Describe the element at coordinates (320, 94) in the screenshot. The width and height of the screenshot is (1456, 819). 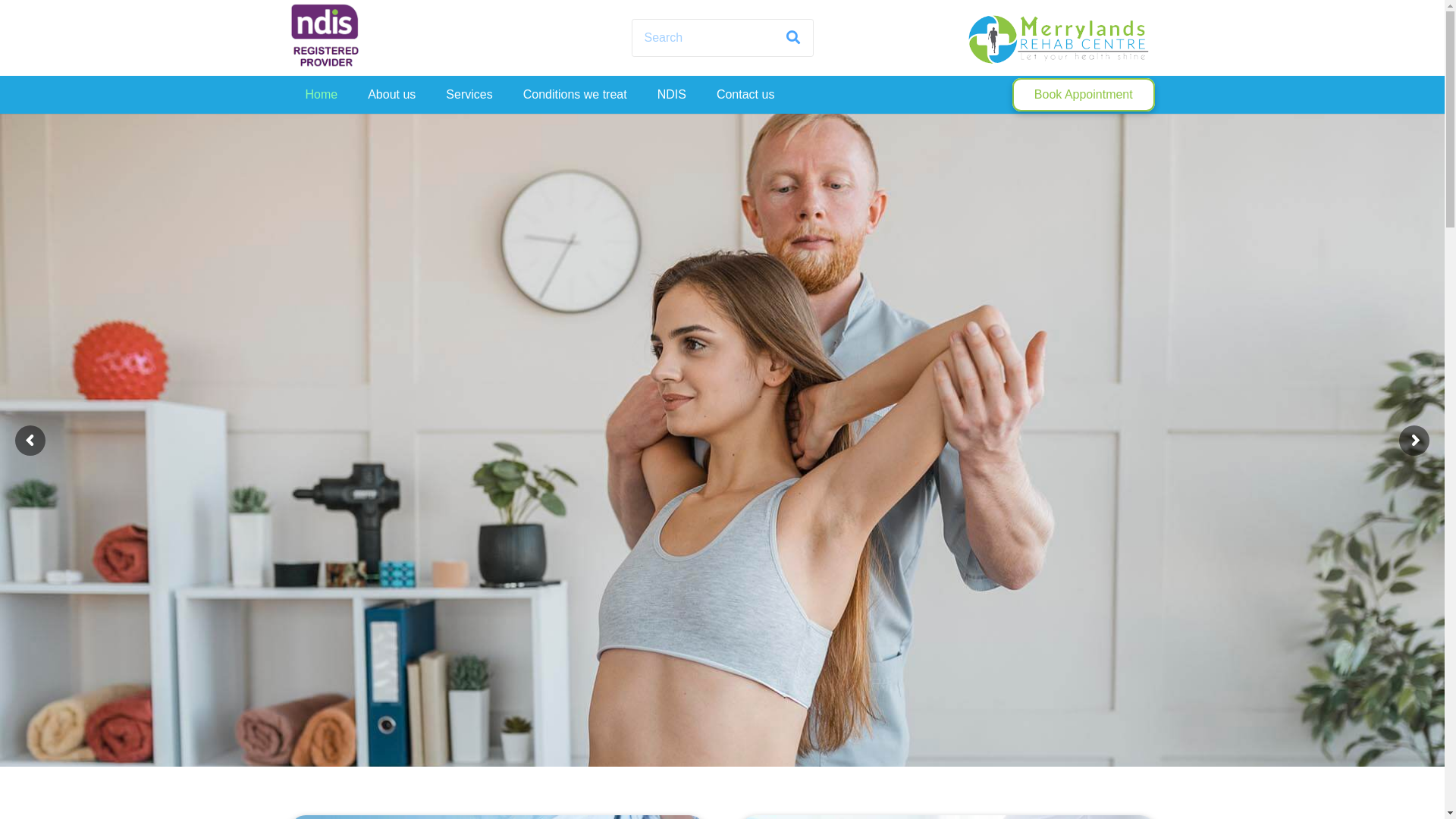
I see `'Home'` at that location.